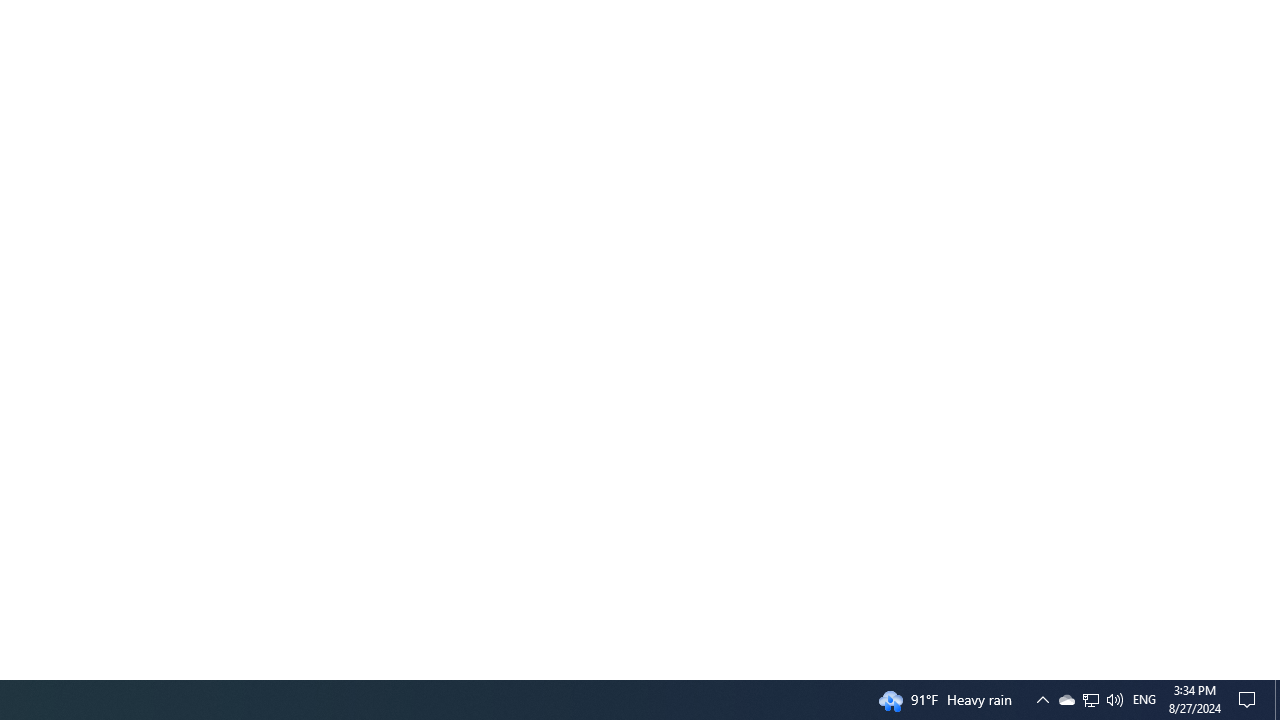 The height and width of the screenshot is (720, 1280). I want to click on 'Show desktop', so click(1276, 698).